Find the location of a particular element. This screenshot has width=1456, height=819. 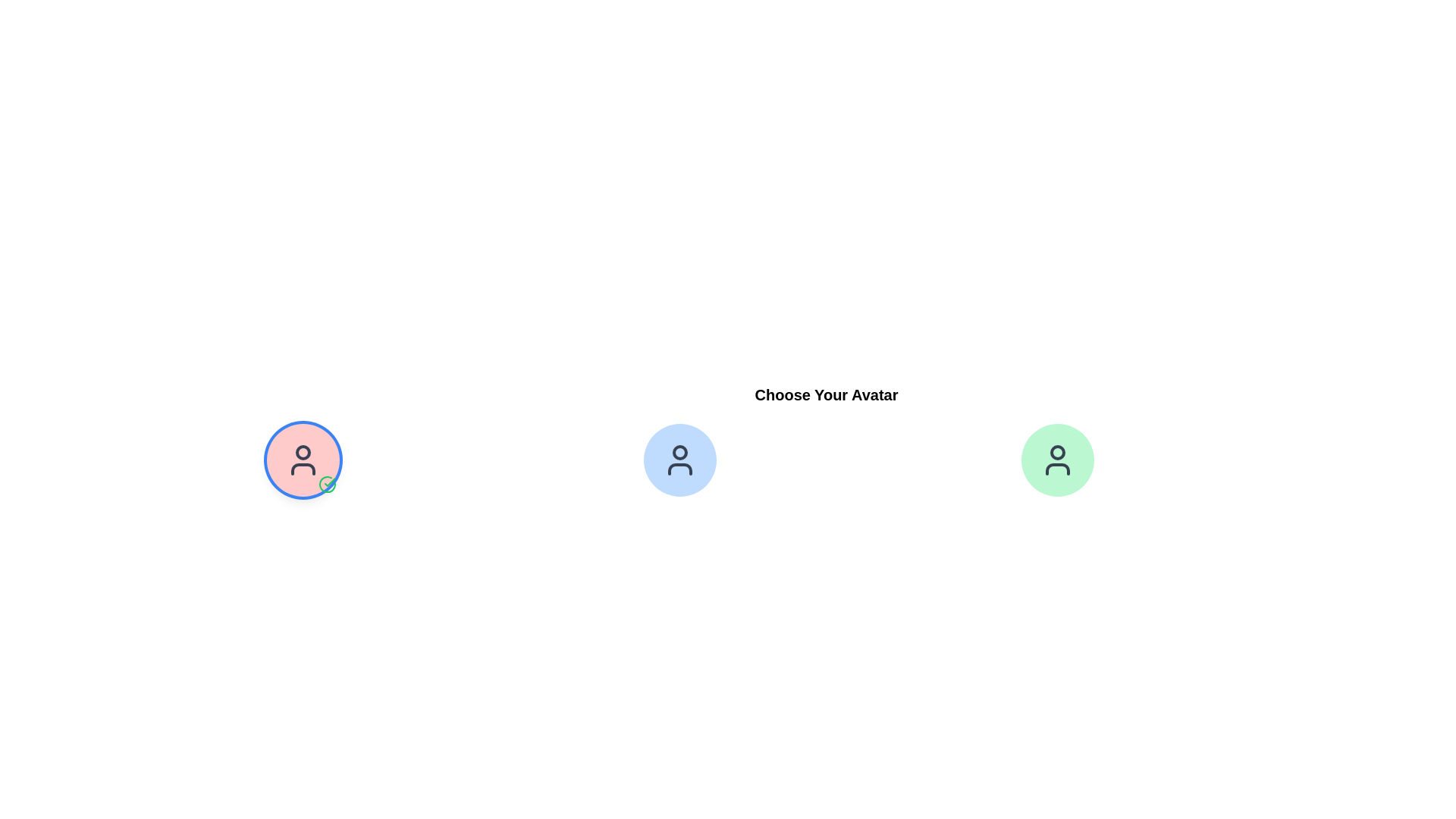

the user profile icon, which is the middle option among three avatar choices displayed in a horizontal row is located at coordinates (679, 459).